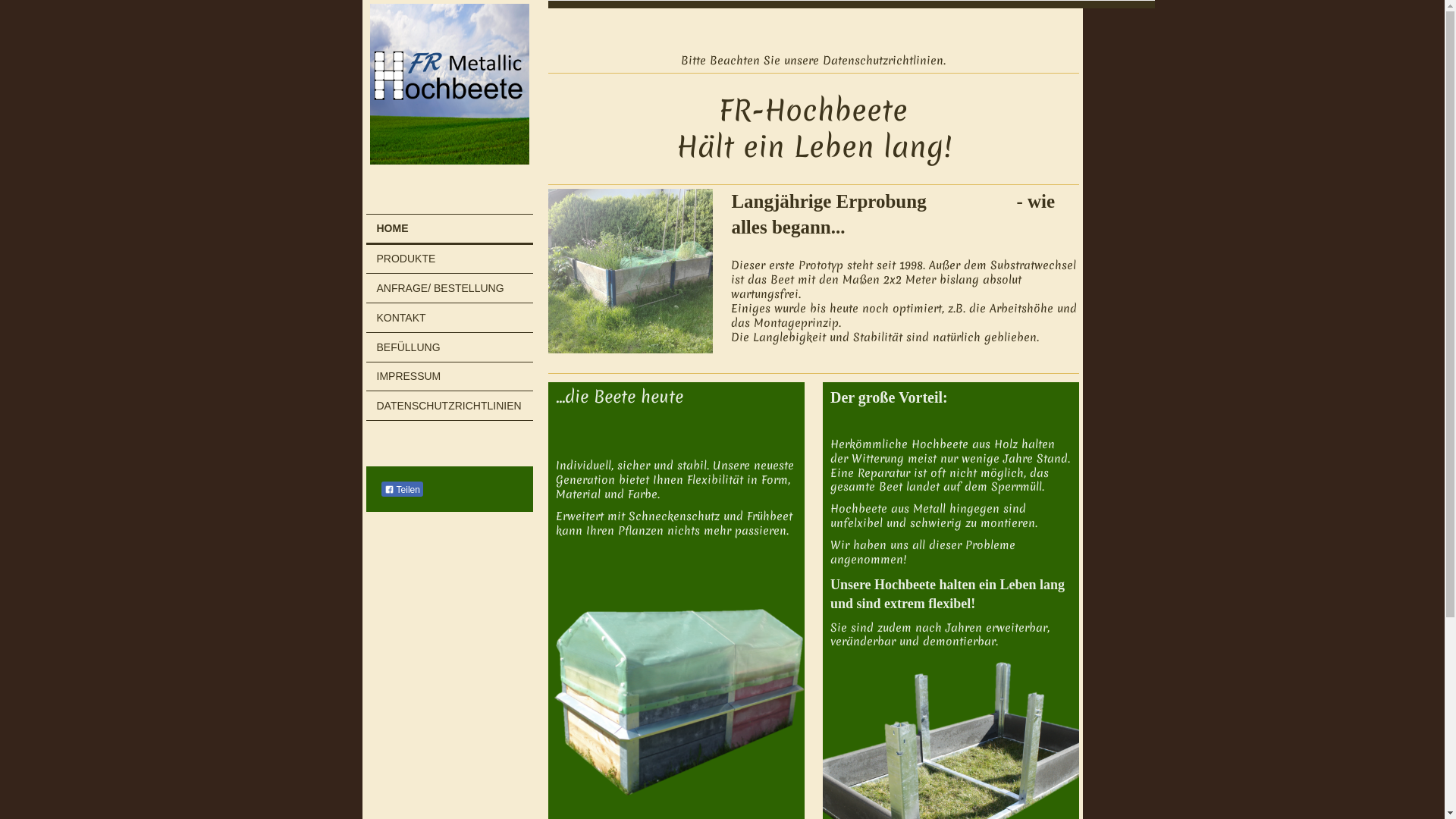 Image resolution: width=1456 pixels, height=819 pixels. I want to click on 'DATENSCHUTZRICHTLINIEN', so click(365, 405).